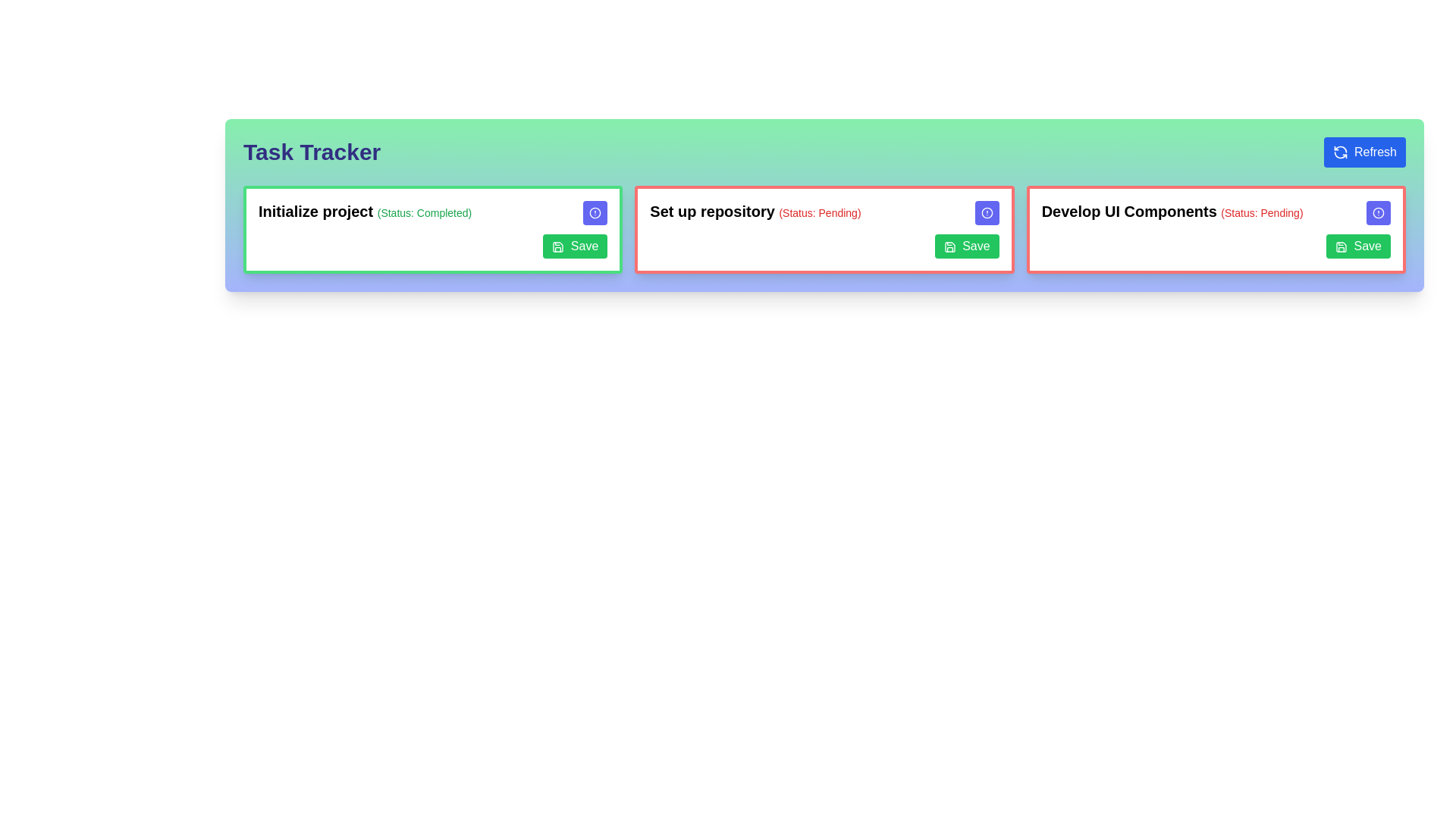 The height and width of the screenshot is (819, 1456). What do you see at coordinates (949, 246) in the screenshot?
I see `the 'Save' icon located within the green button in the lower right corner of the 'Set up repository' card` at bounding box center [949, 246].